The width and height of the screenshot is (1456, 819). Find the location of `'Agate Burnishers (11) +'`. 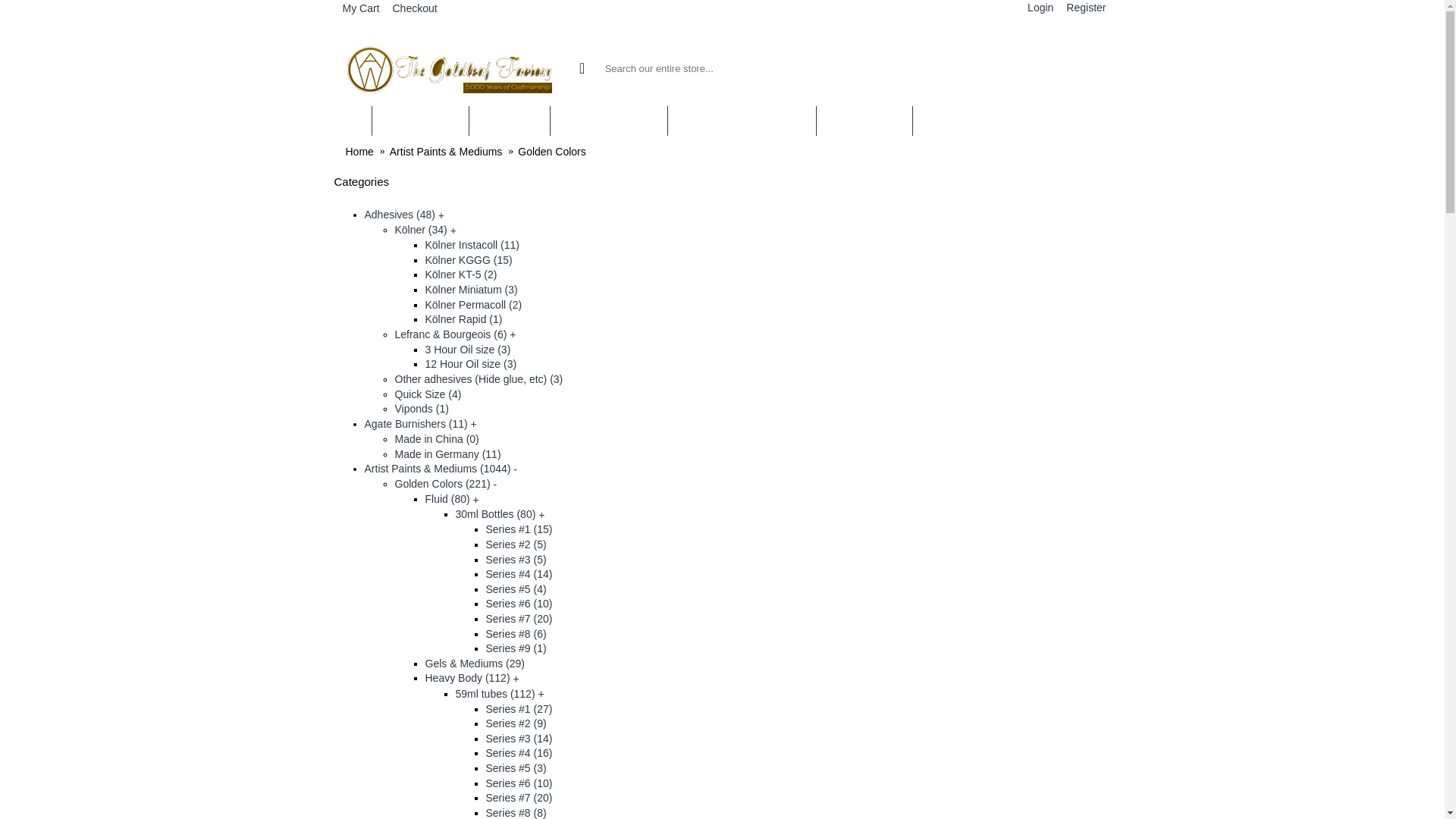

'Agate Burnishers (11) +' is located at coordinates (419, 424).